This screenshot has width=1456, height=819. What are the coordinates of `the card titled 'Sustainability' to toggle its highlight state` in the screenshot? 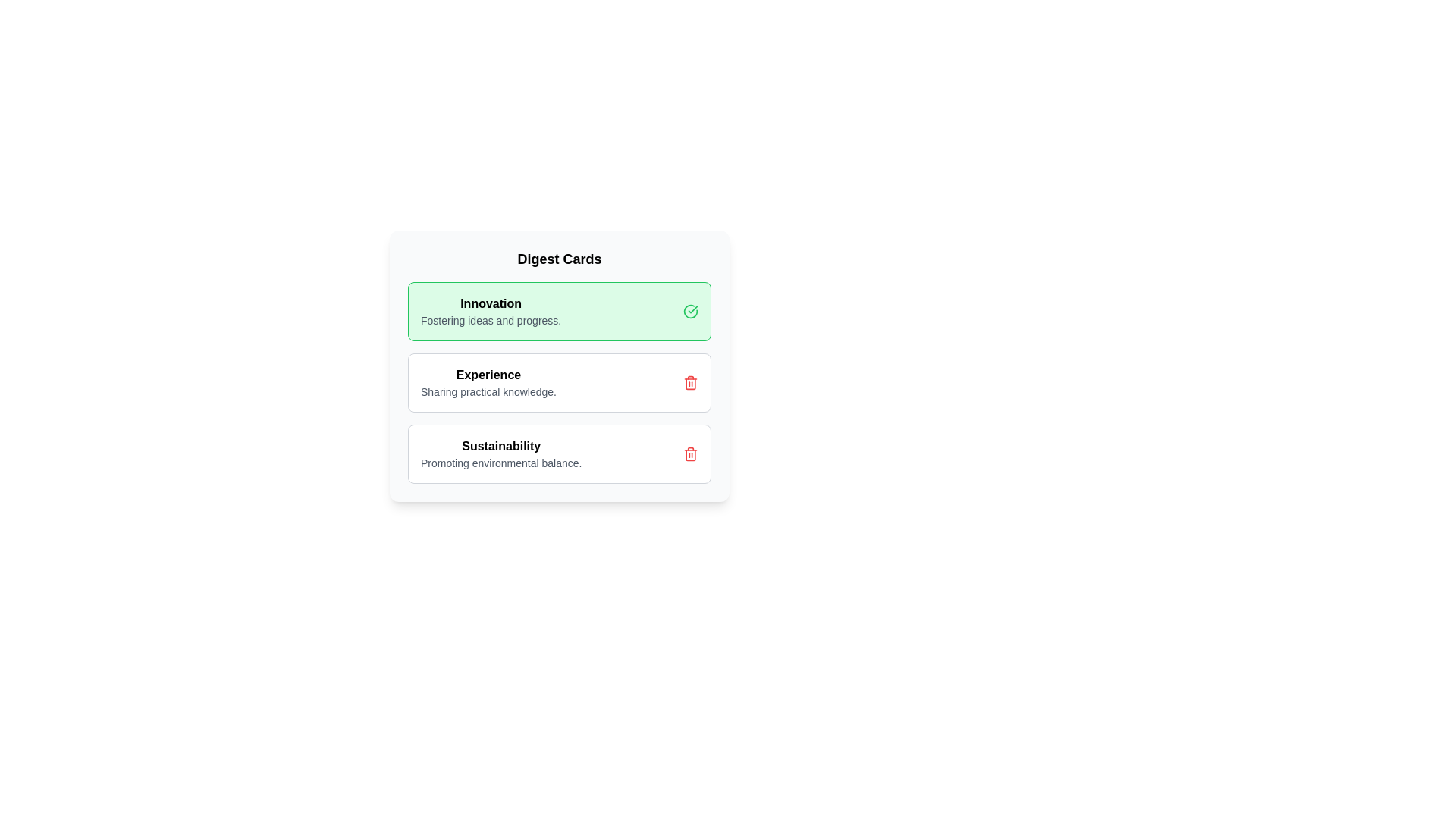 It's located at (559, 453).